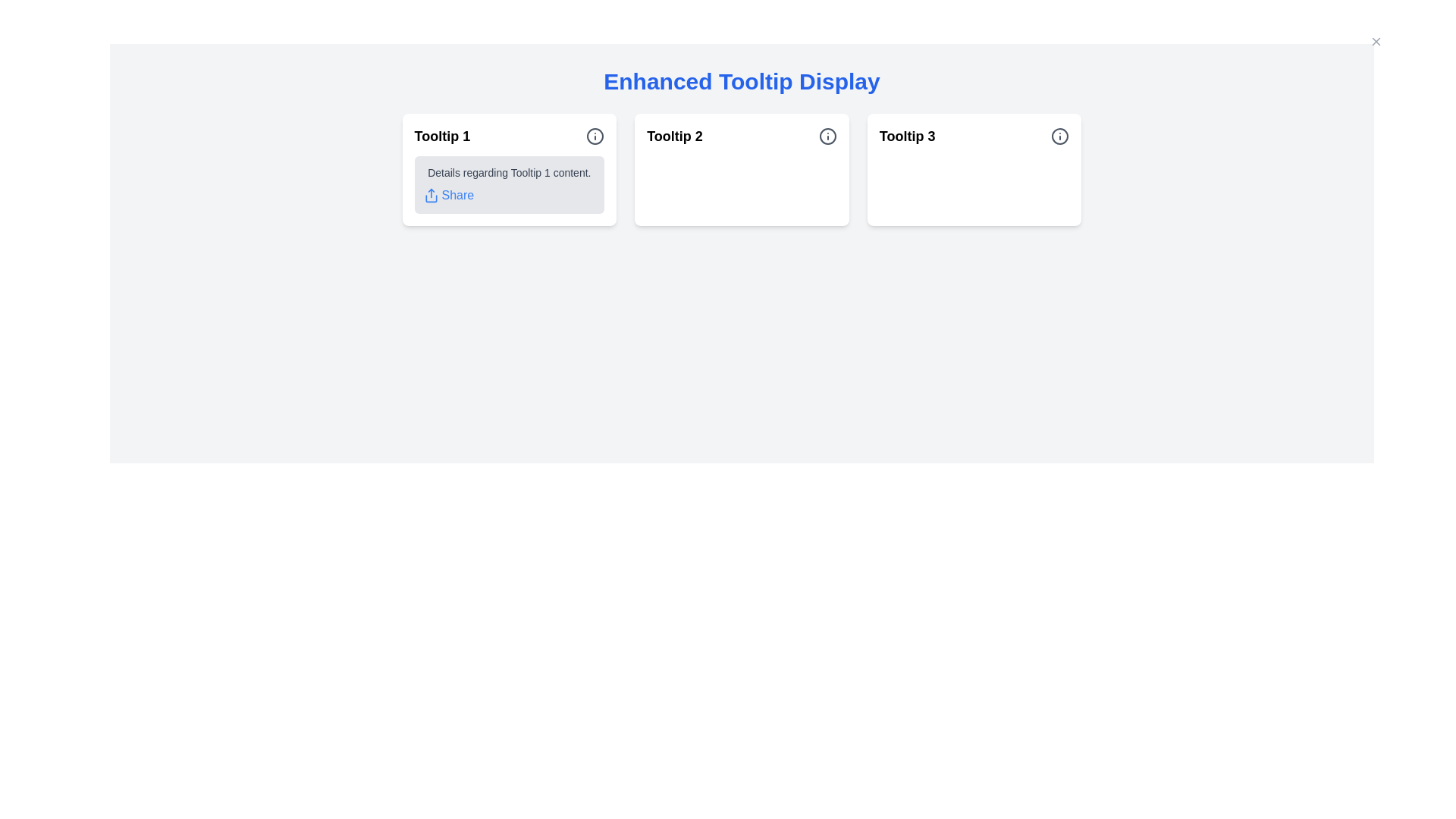 Image resolution: width=1456 pixels, height=819 pixels. I want to click on the text label located centrally within the second card, positioned between the cards labeled 'Tooltip 1' and 'Tooltip 3', so click(673, 136).